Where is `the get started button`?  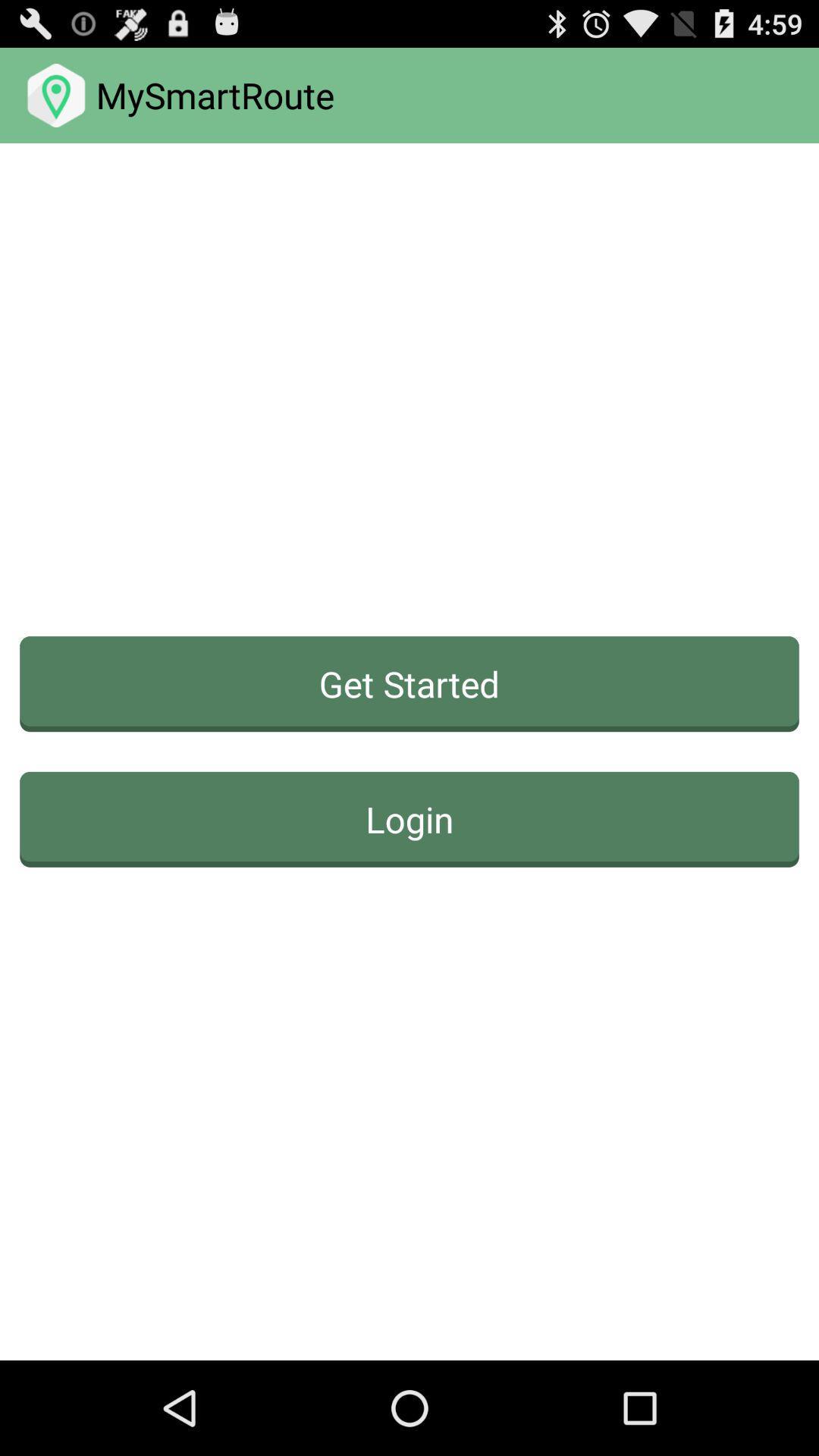 the get started button is located at coordinates (409, 683).